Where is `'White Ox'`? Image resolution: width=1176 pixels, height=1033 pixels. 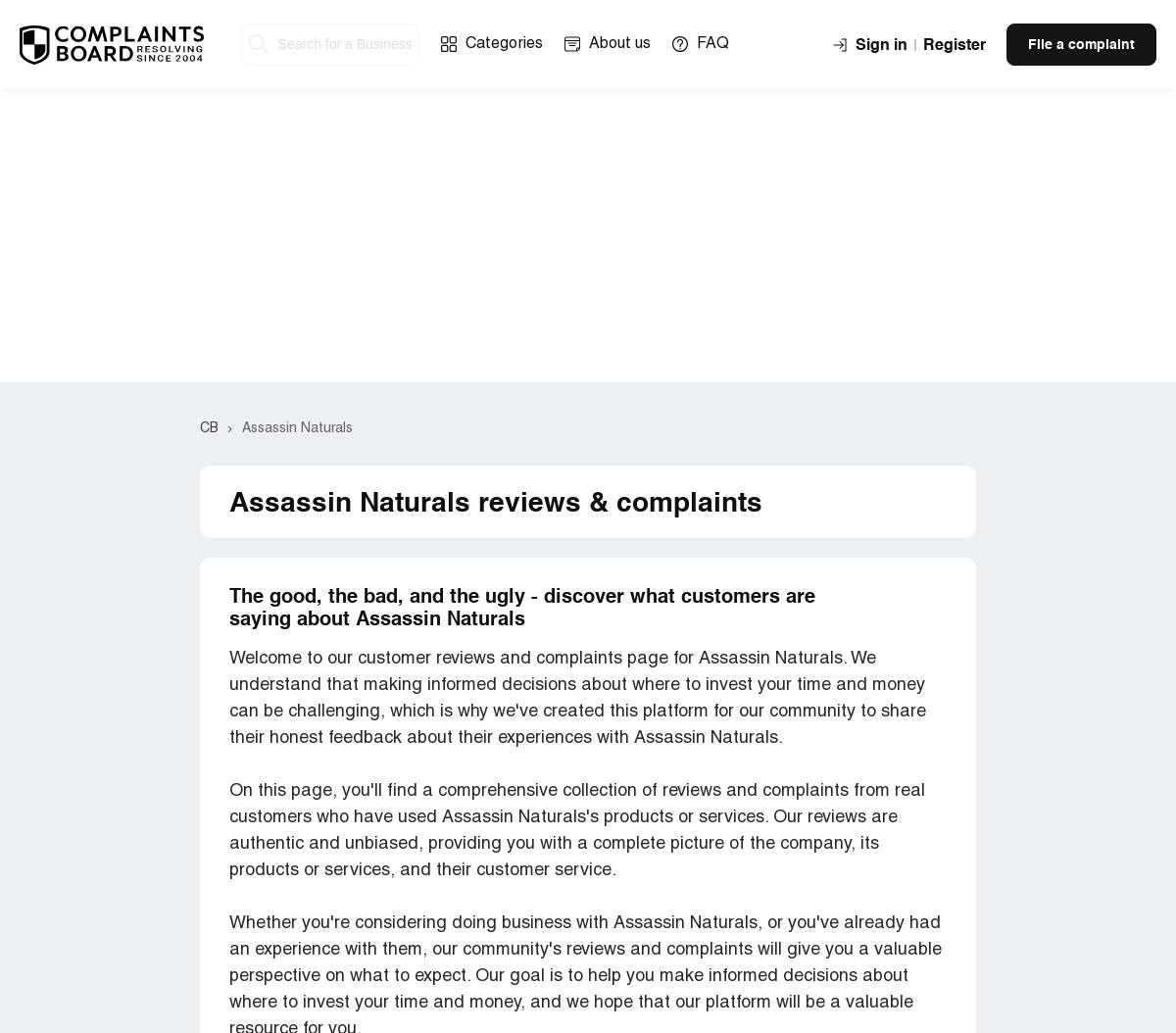
'White Ox' is located at coordinates (257, 108).